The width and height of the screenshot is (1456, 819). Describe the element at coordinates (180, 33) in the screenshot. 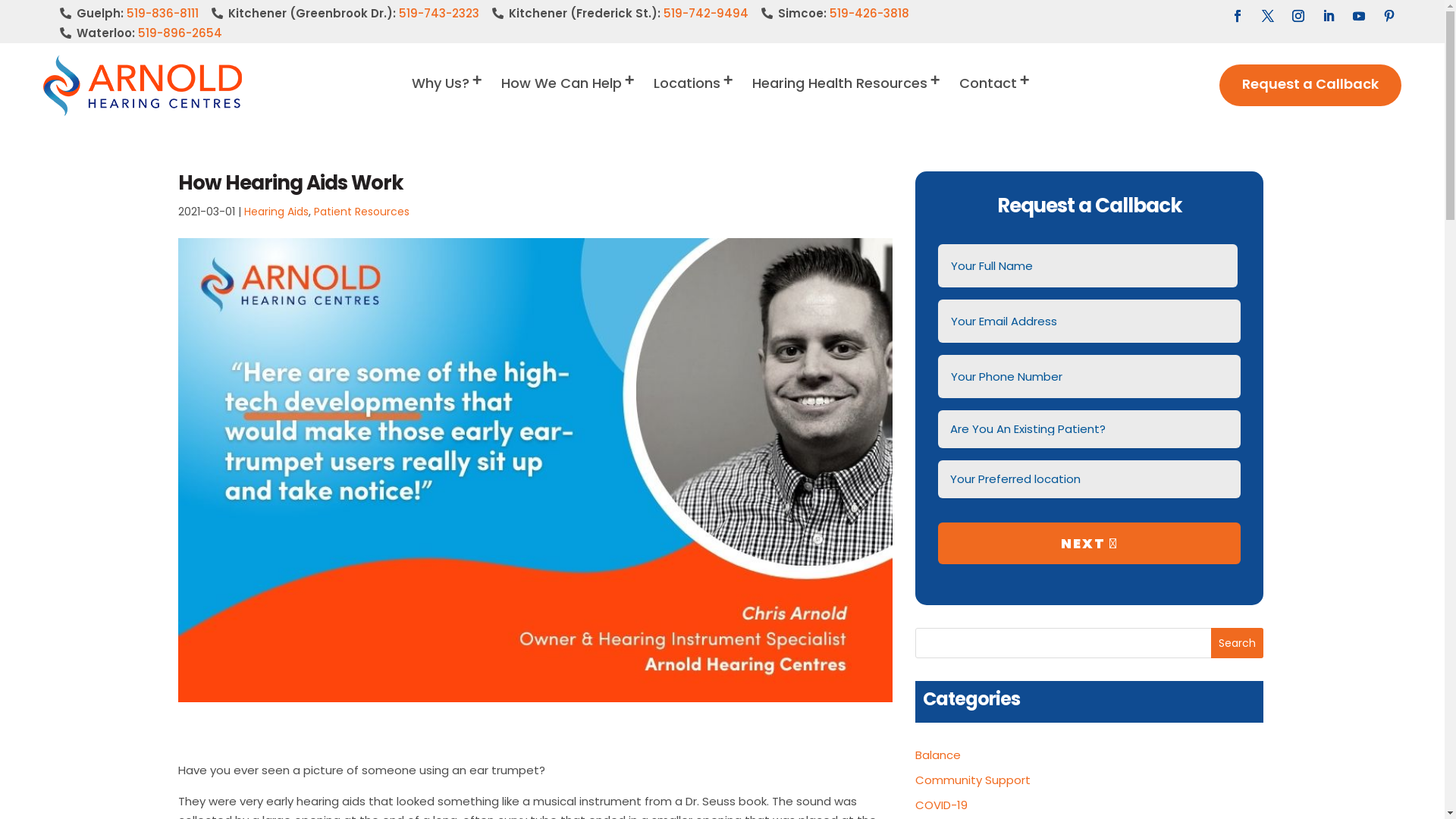

I see `'519-896-2654'` at that location.